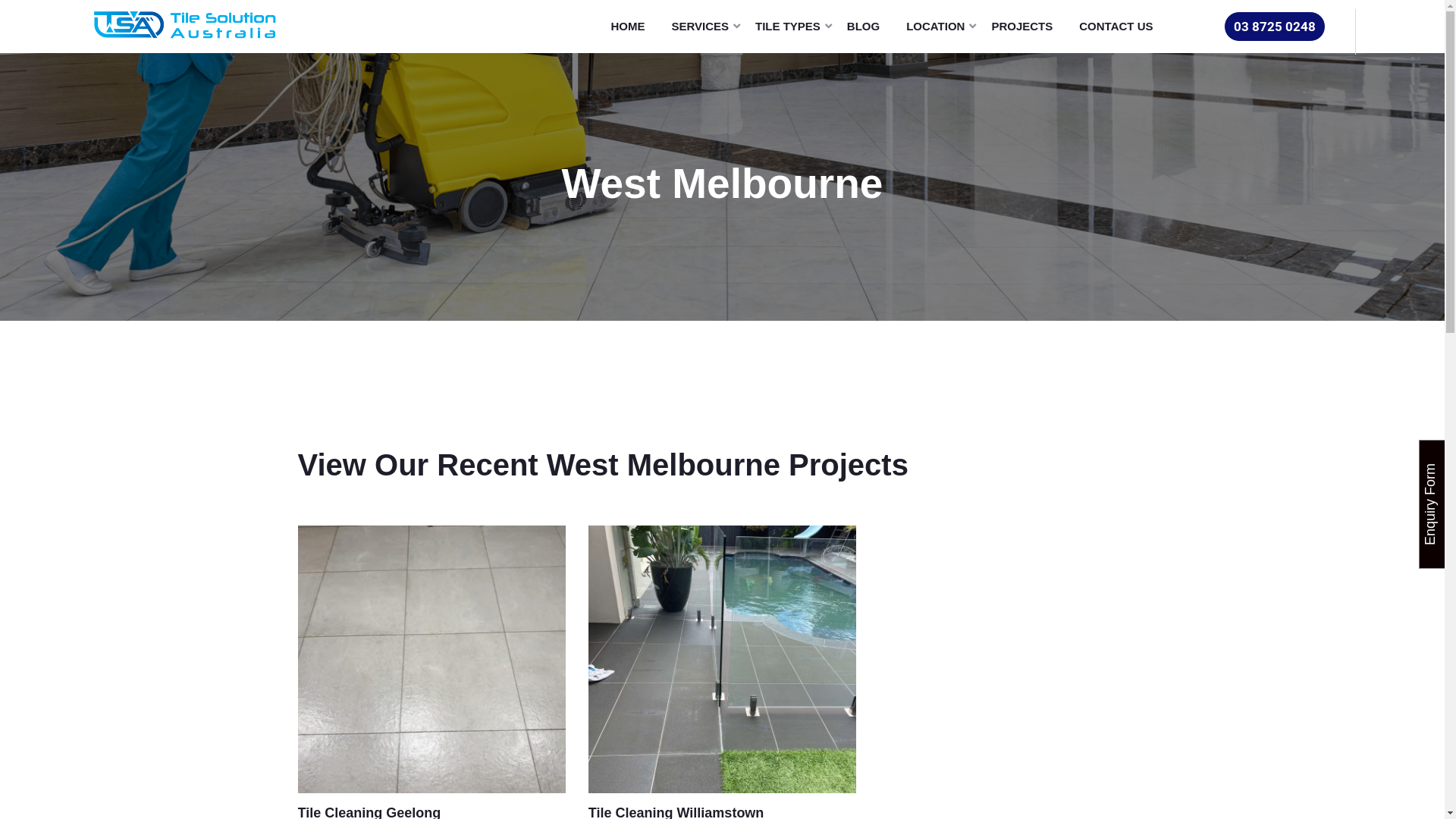 This screenshot has width=1456, height=819. What do you see at coordinates (704, 26) in the screenshot?
I see `'SERVICES'` at bounding box center [704, 26].